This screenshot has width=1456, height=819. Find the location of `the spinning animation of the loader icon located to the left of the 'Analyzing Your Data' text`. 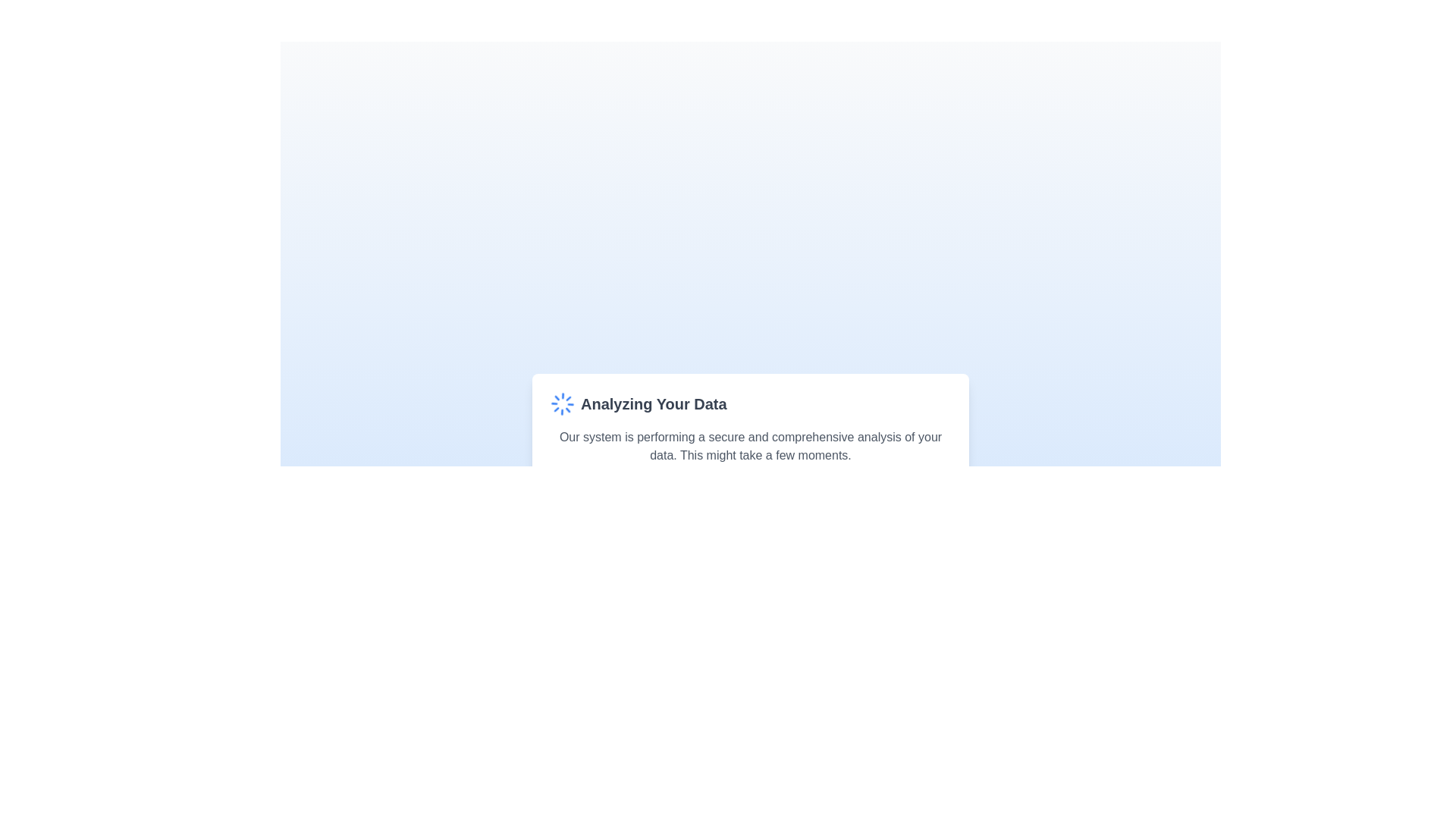

the spinning animation of the loader icon located to the left of the 'Analyzing Your Data' text is located at coordinates (562, 403).